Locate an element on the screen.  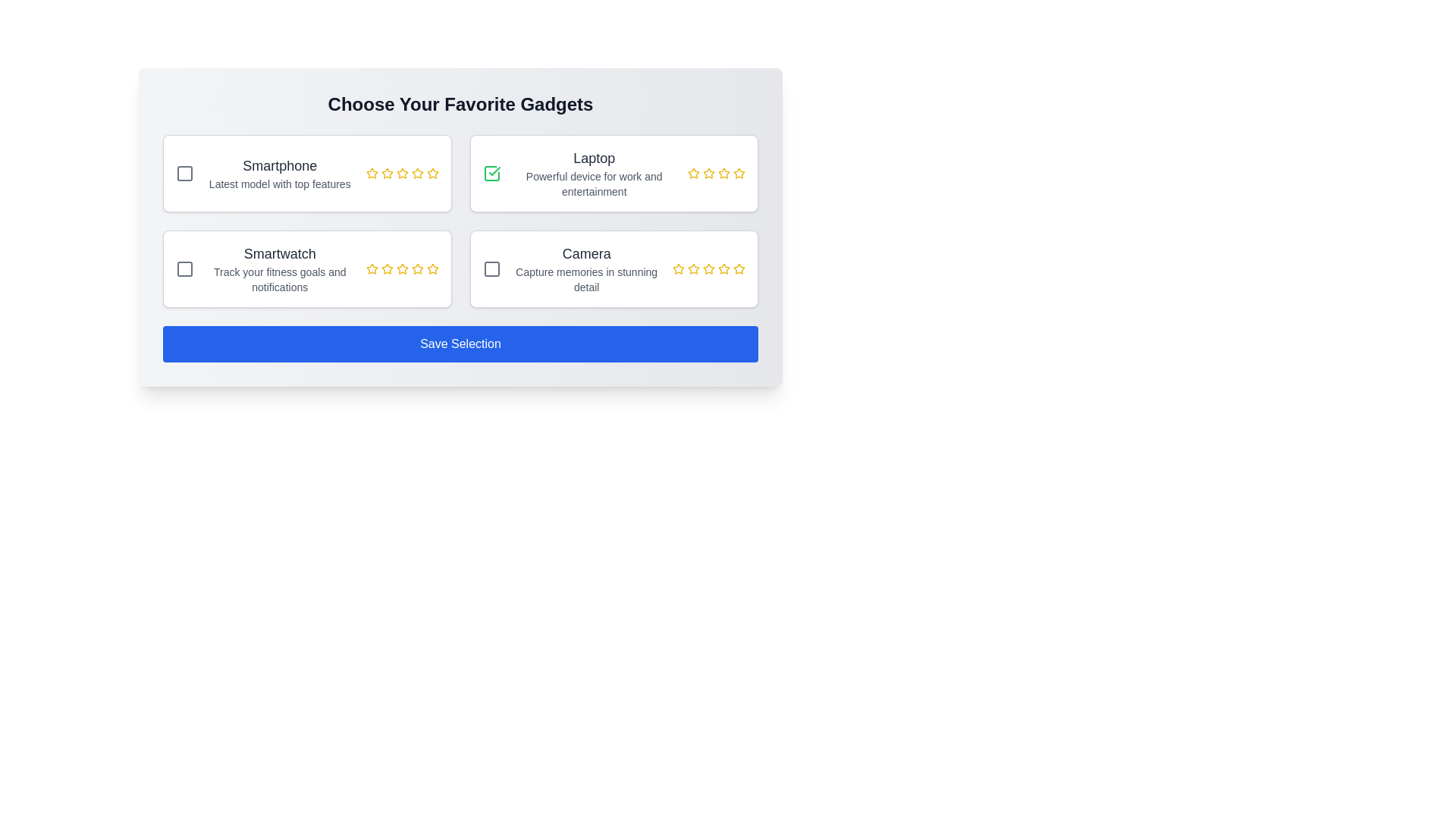
the third yellow rating star icon in the 'Smartphone' section is located at coordinates (402, 172).